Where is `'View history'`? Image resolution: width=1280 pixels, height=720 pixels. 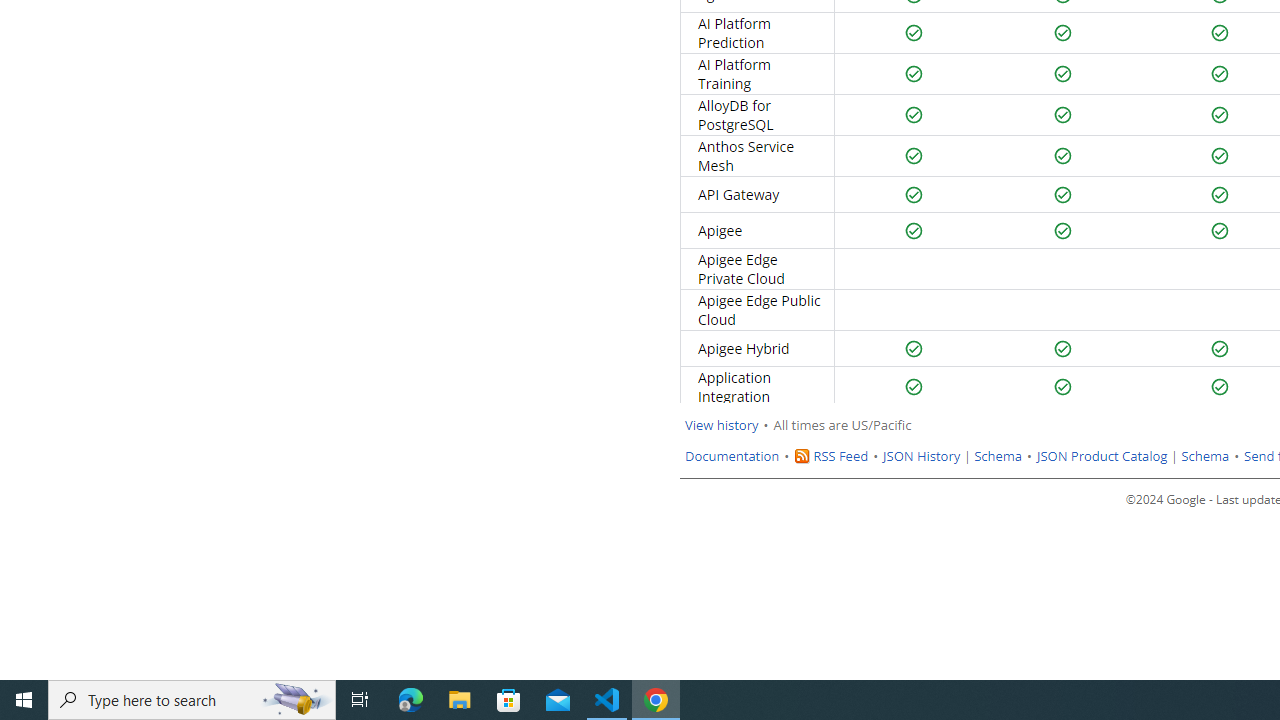
'View history' is located at coordinates (720, 424).